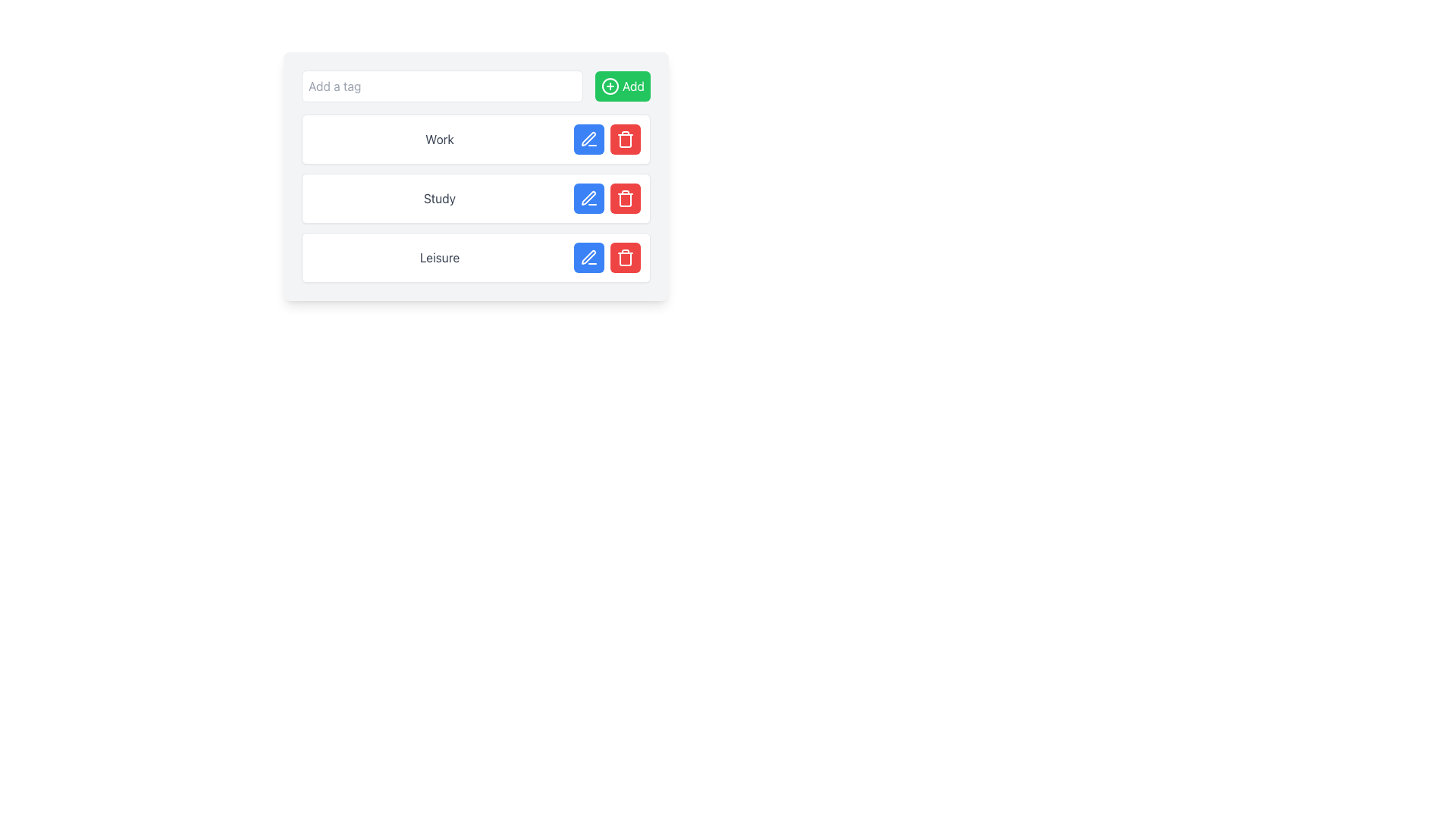 The height and width of the screenshot is (819, 1456). I want to click on the trash icon located in the list item labeled 'Study', which is positioned in the third column and second row, so click(626, 198).